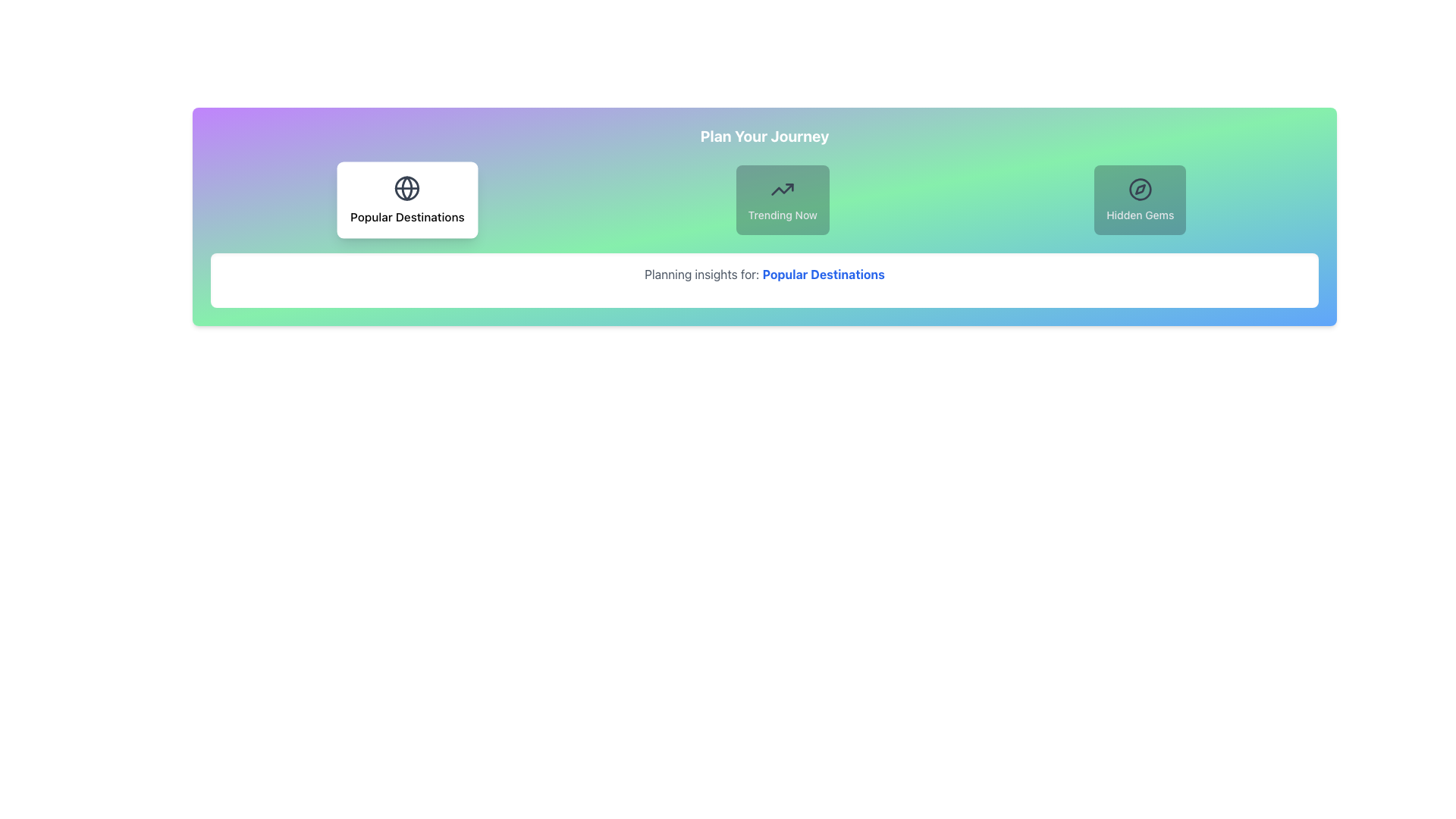 The image size is (1456, 819). Describe the element at coordinates (1140, 215) in the screenshot. I see `the 'Hidden Gems' text label, which is displayed in a small, medium-weight font style and is centered vertically within a rounded rectangle background with a muted green tone` at that location.